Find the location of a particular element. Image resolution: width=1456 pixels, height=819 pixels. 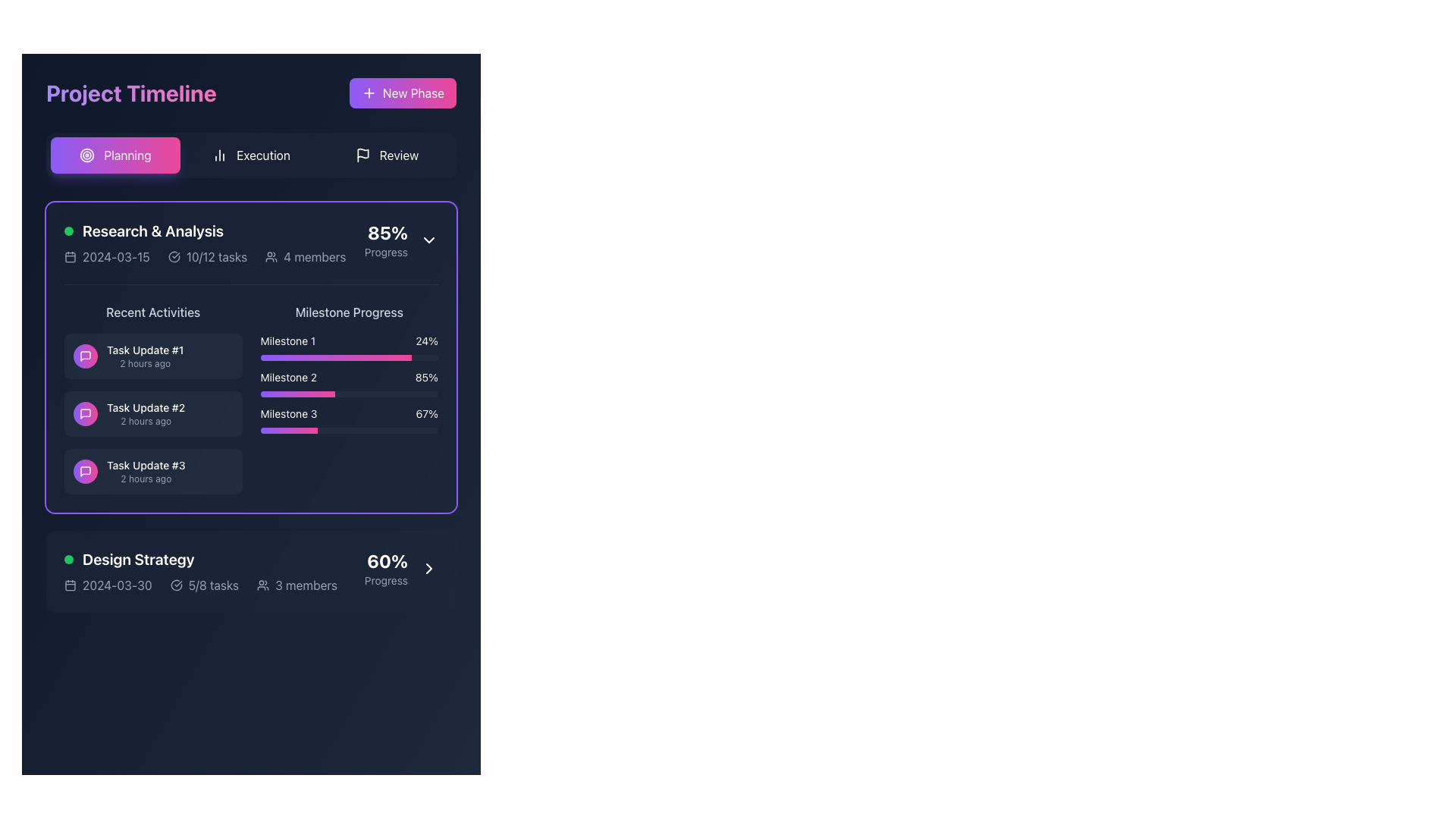

the 'Review' text label in the navigation bar is located at coordinates (399, 155).